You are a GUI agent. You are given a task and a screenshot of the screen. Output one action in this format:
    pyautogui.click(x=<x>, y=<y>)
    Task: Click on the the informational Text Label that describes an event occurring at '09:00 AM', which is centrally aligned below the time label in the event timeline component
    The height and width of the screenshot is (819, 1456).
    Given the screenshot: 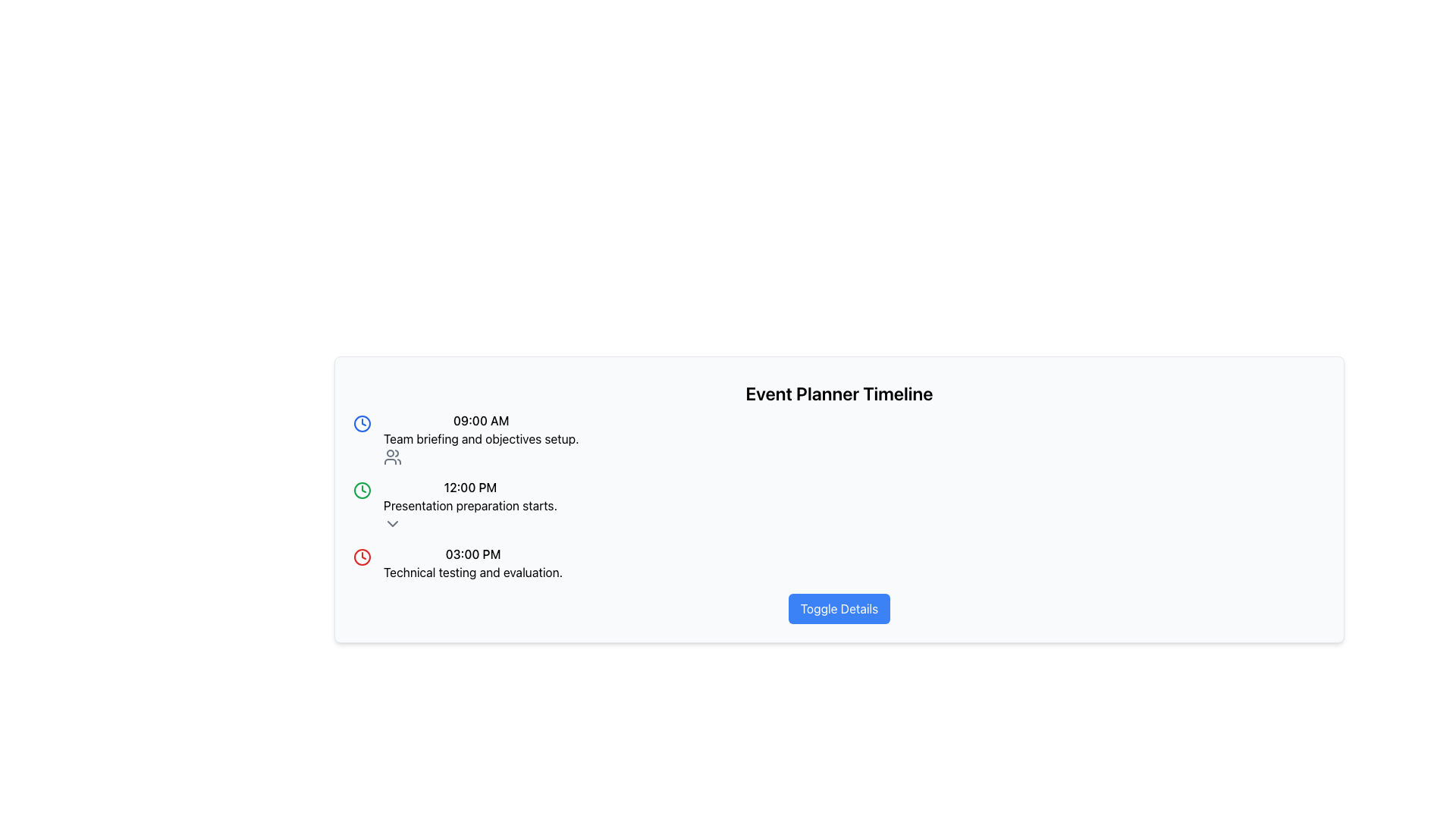 What is the action you would take?
    pyautogui.click(x=480, y=438)
    